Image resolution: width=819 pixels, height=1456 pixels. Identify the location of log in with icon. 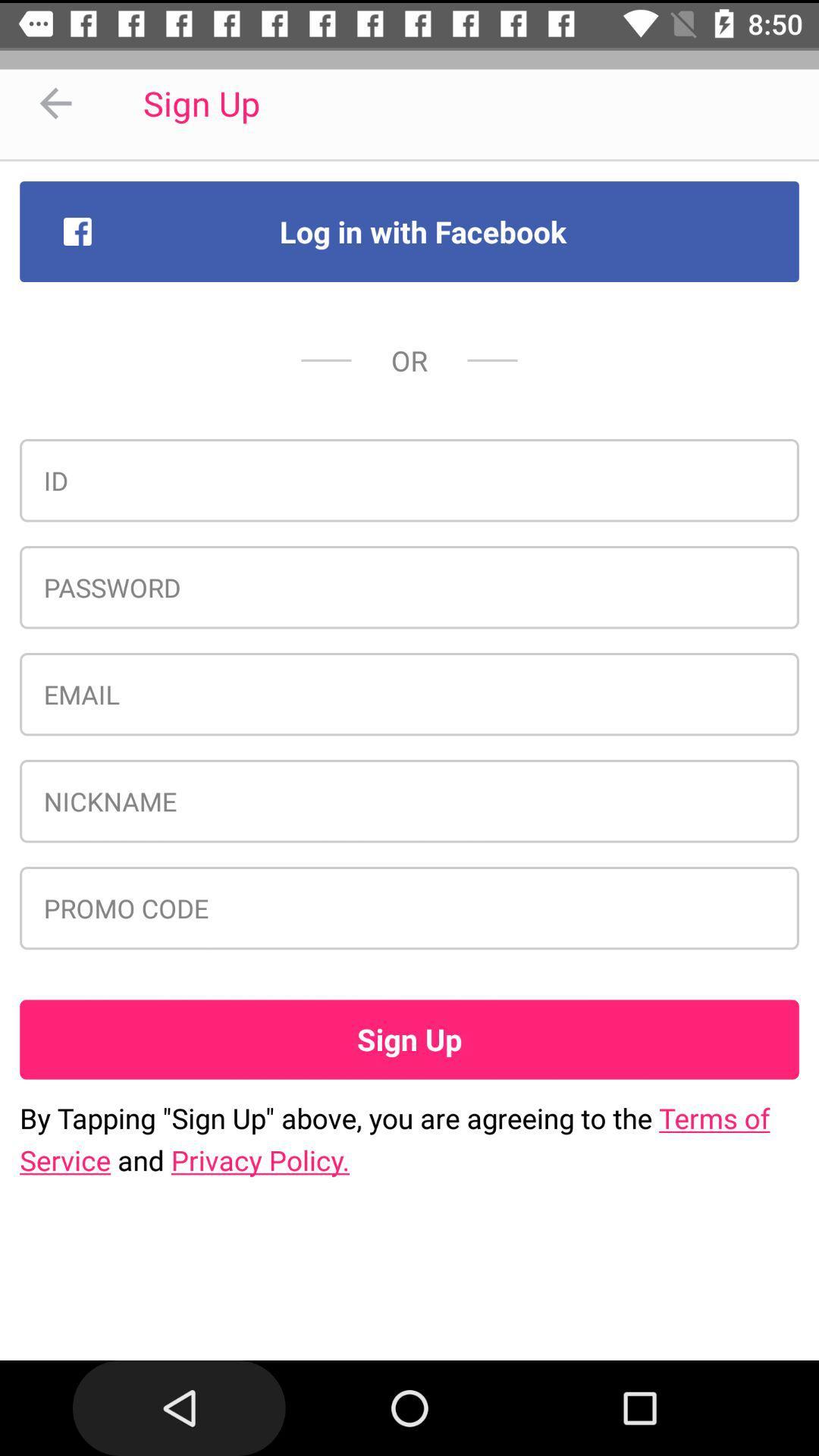
(409, 231).